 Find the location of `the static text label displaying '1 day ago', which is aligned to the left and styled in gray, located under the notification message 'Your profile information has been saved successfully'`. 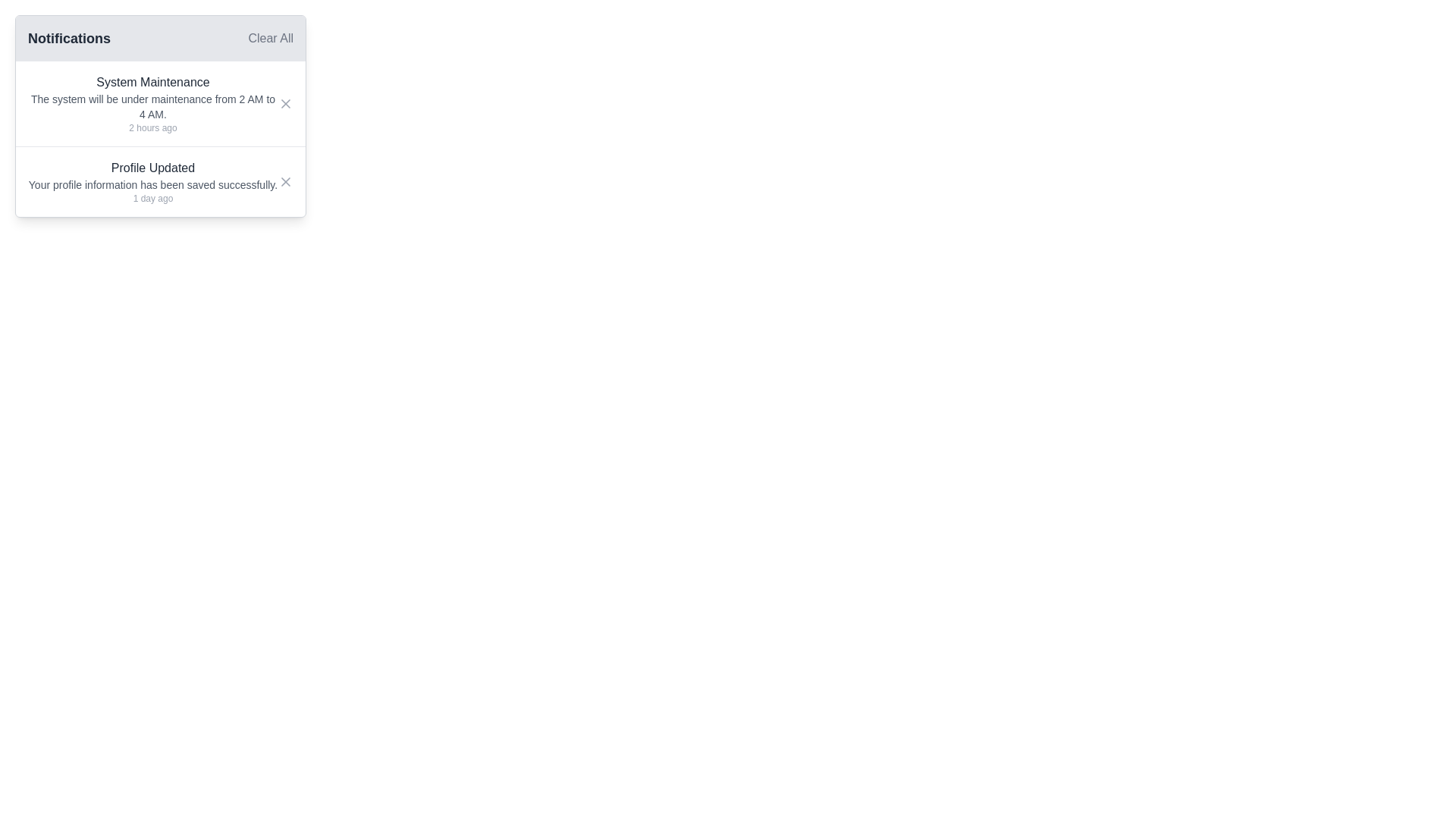

the static text label displaying '1 day ago', which is aligned to the left and styled in gray, located under the notification message 'Your profile information has been saved successfully' is located at coordinates (152, 198).